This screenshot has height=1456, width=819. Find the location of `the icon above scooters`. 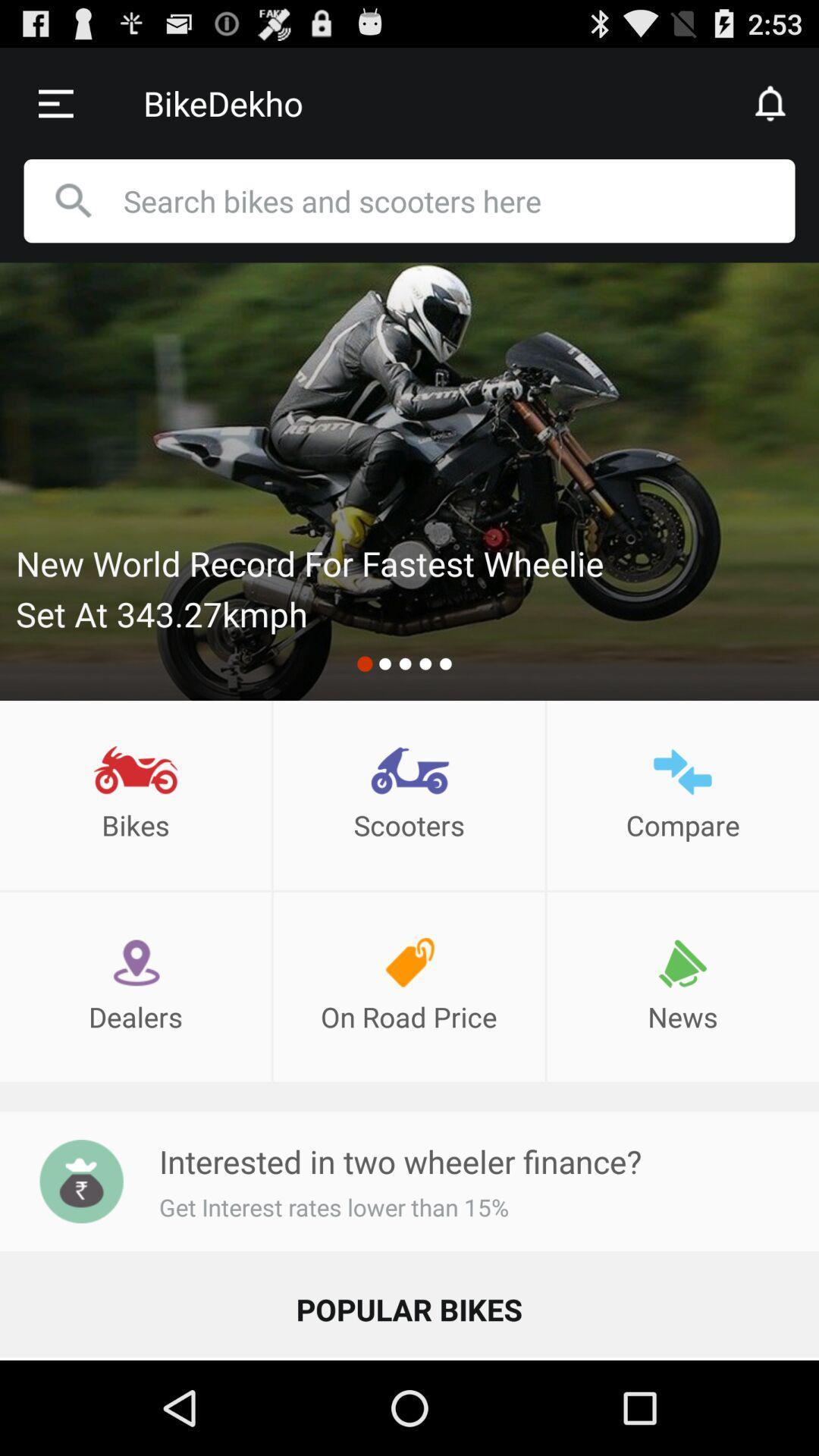

the icon above scooters is located at coordinates (409, 771).